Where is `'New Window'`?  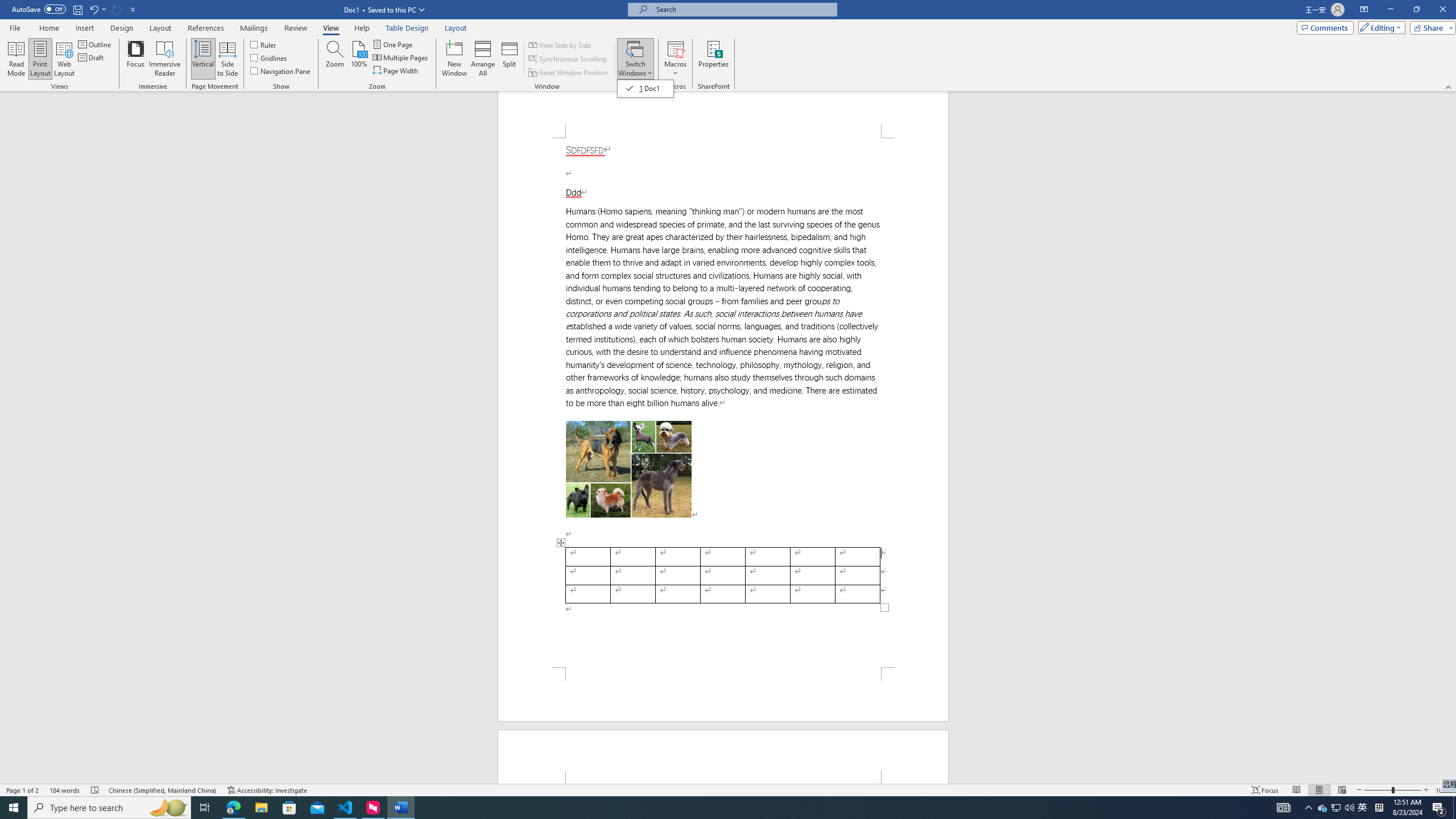
'New Window' is located at coordinates (454, 59).